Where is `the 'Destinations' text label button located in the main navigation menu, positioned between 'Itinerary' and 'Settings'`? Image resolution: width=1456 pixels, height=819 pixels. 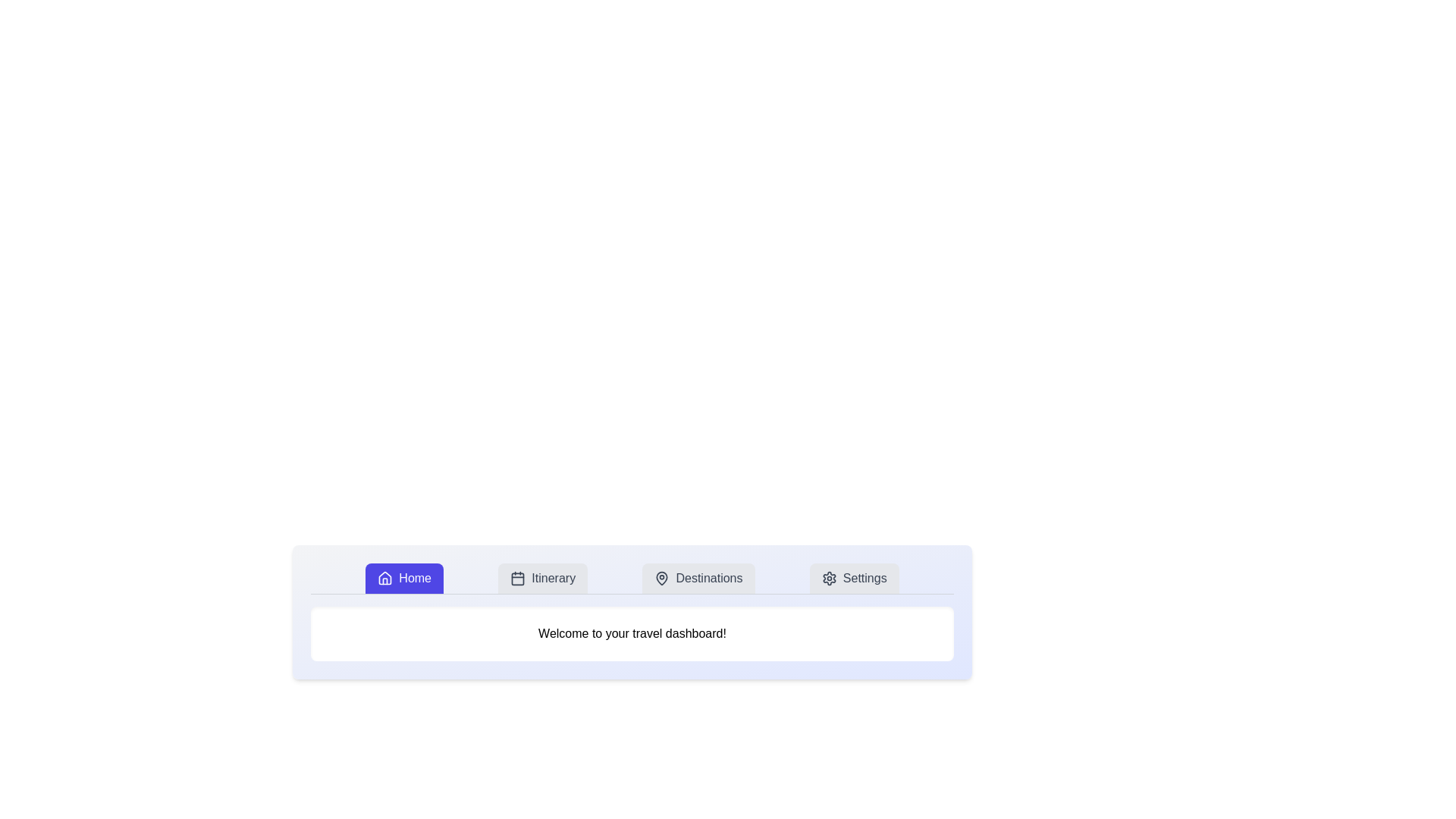
the 'Destinations' text label button located in the main navigation menu, positioned between 'Itinerary' and 'Settings' is located at coordinates (708, 579).